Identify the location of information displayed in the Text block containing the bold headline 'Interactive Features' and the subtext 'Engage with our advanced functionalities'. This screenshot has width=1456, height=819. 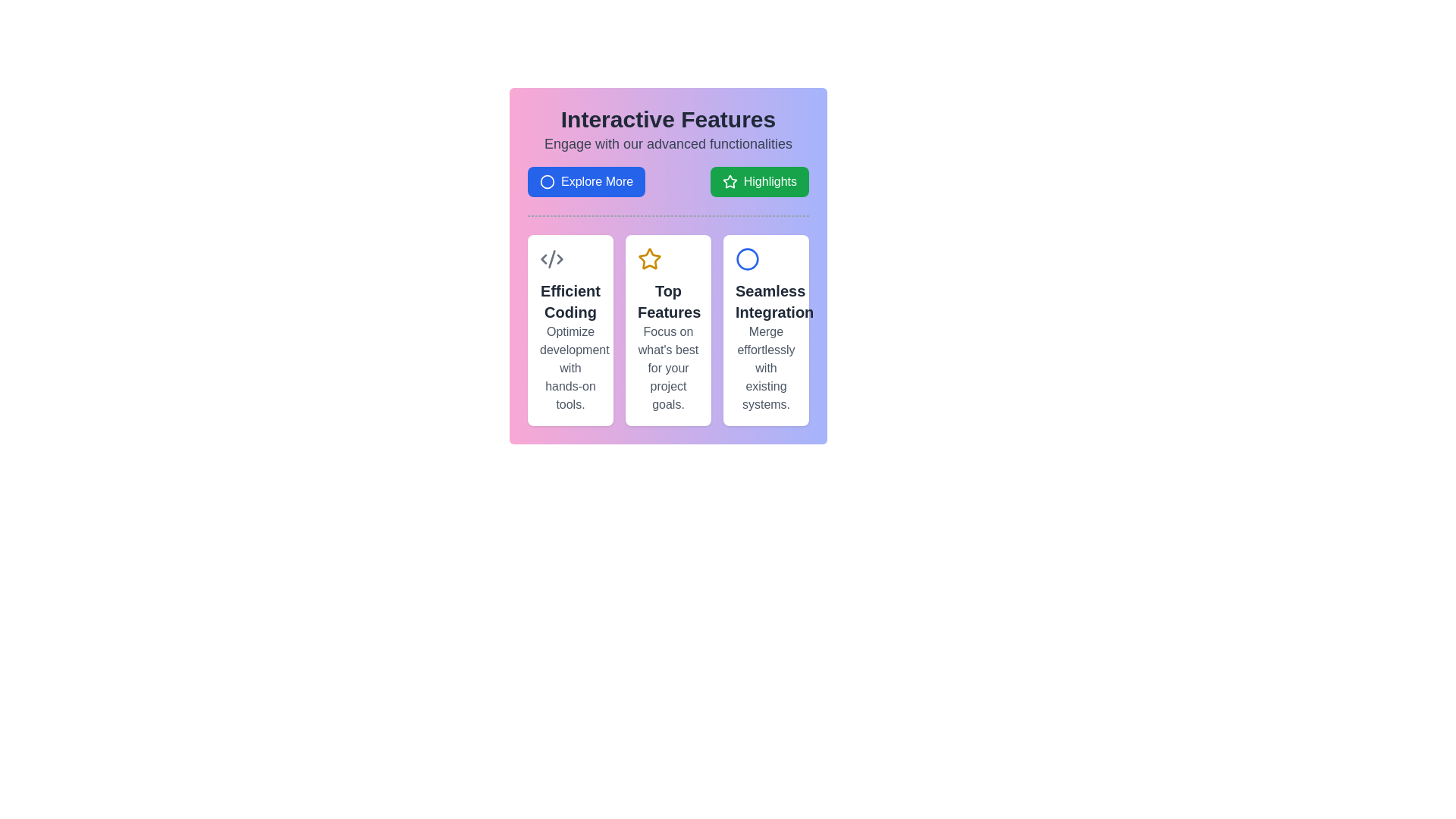
(667, 130).